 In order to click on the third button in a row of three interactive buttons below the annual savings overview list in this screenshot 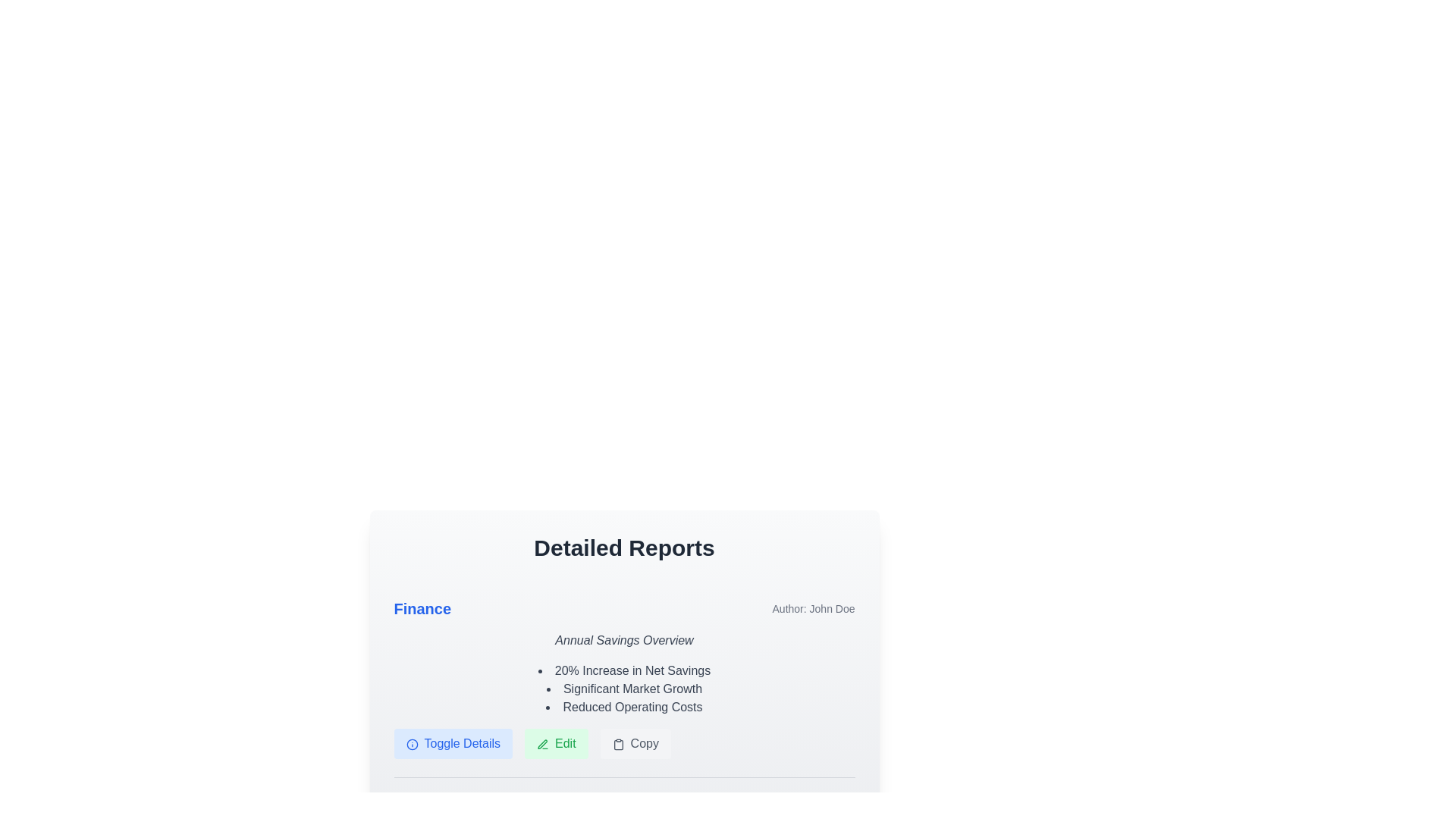, I will do `click(624, 742)`.